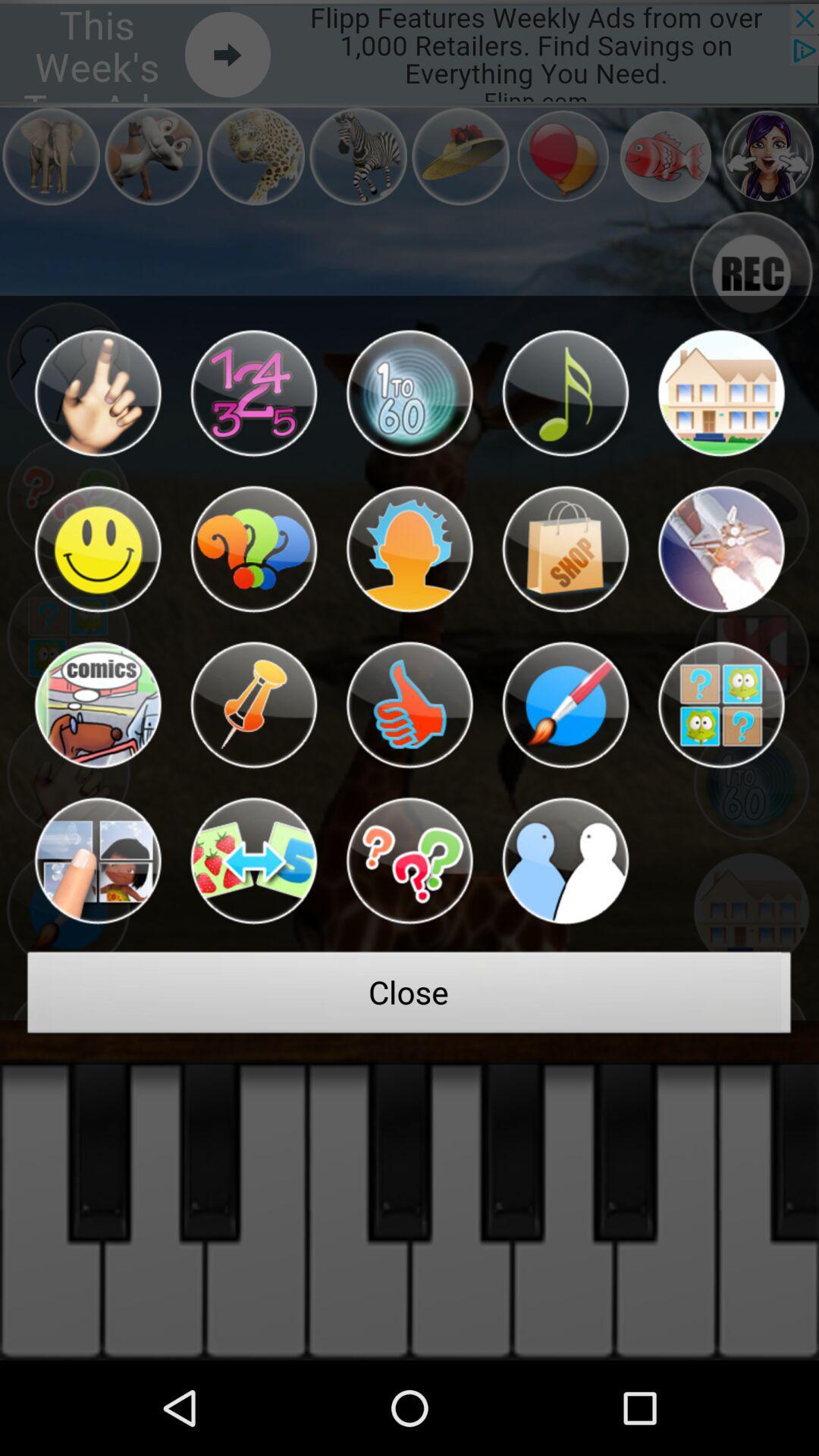 Image resolution: width=819 pixels, height=1456 pixels. What do you see at coordinates (565, 704) in the screenshot?
I see `paintbrush` at bounding box center [565, 704].